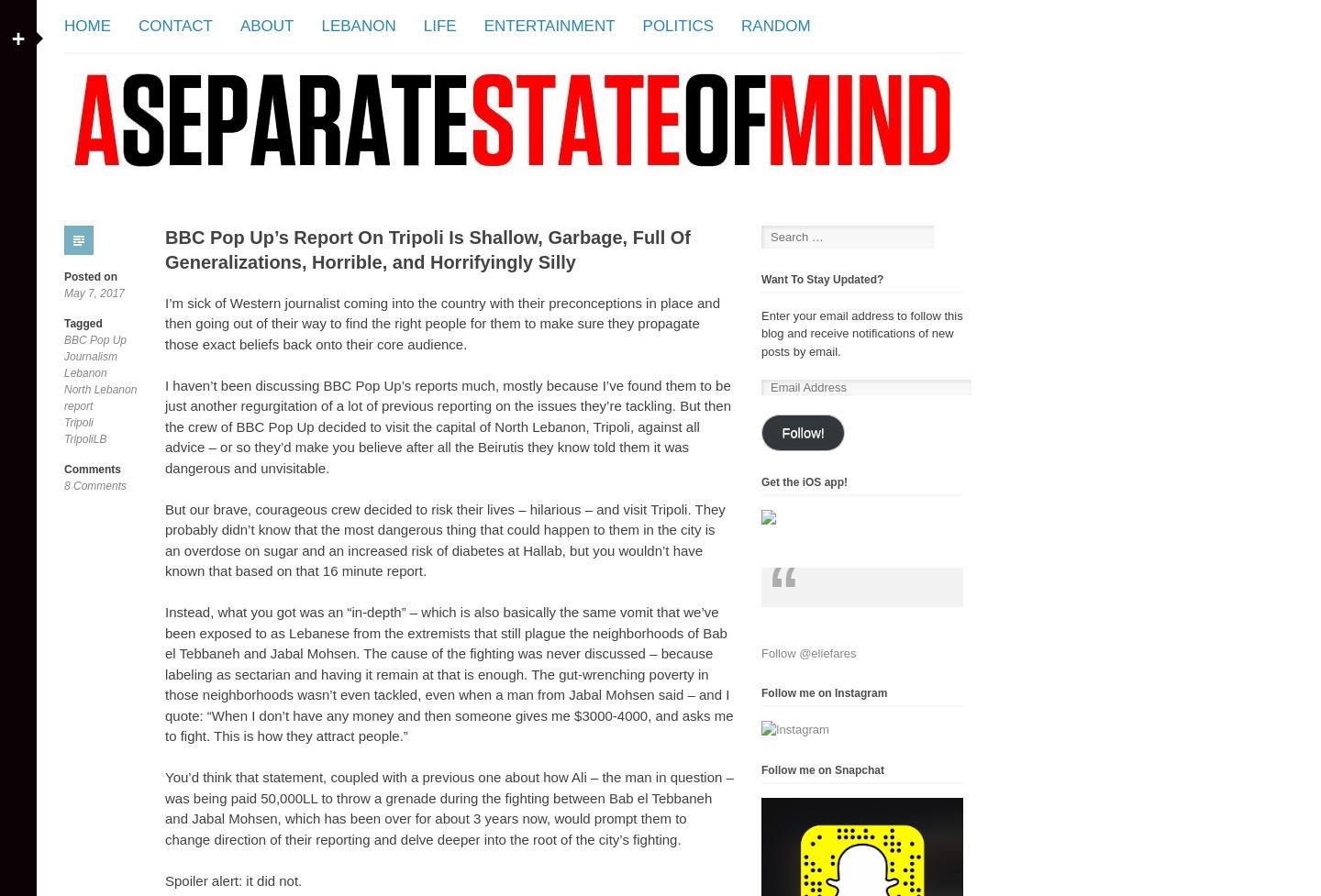 Image resolution: width=1321 pixels, height=896 pixels. Describe the element at coordinates (821, 278) in the screenshot. I see `'Want To Stay Updated?'` at that location.